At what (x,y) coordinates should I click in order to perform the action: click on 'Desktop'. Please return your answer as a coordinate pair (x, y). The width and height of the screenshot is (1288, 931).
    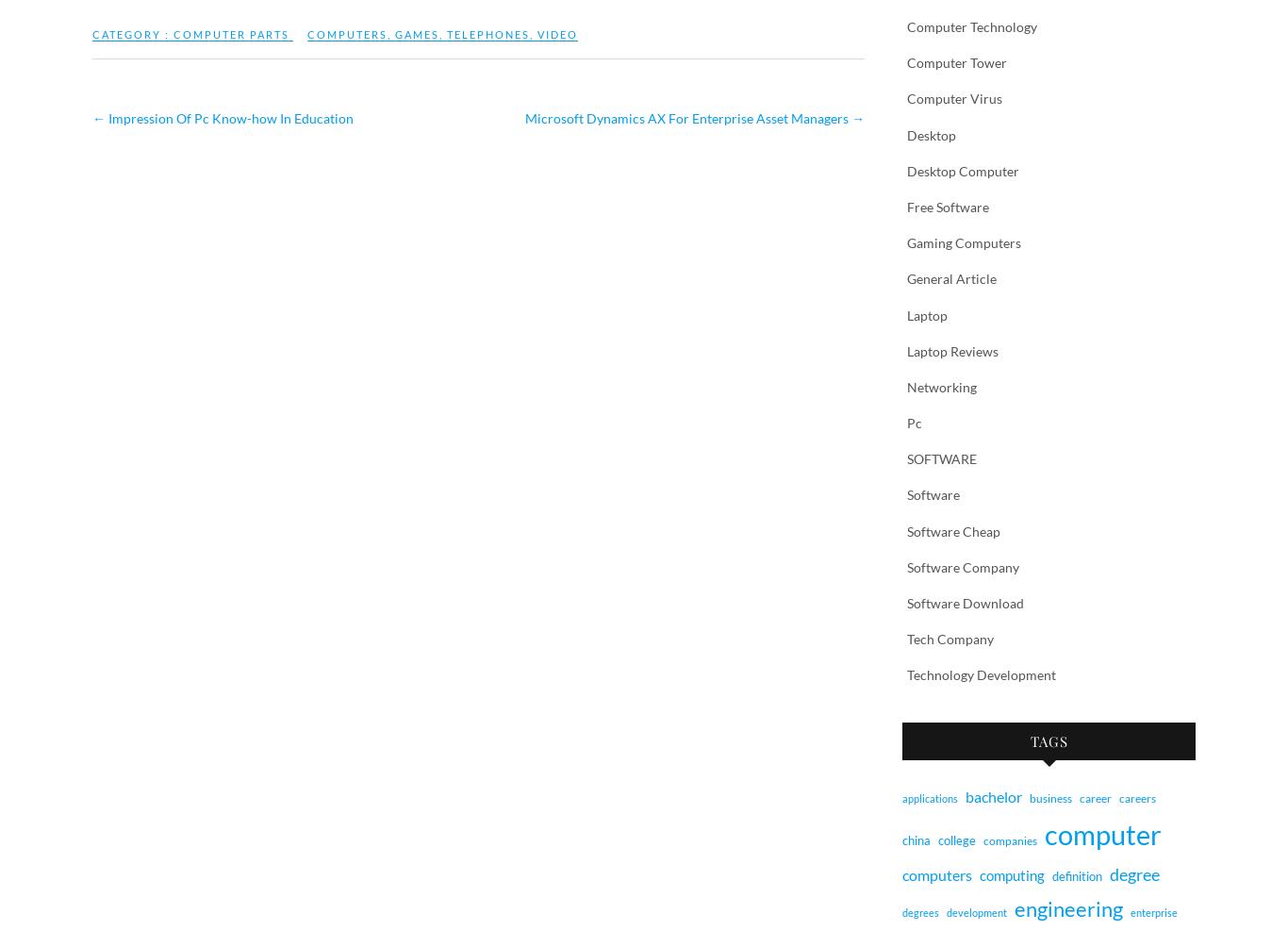
    Looking at the image, I should click on (932, 133).